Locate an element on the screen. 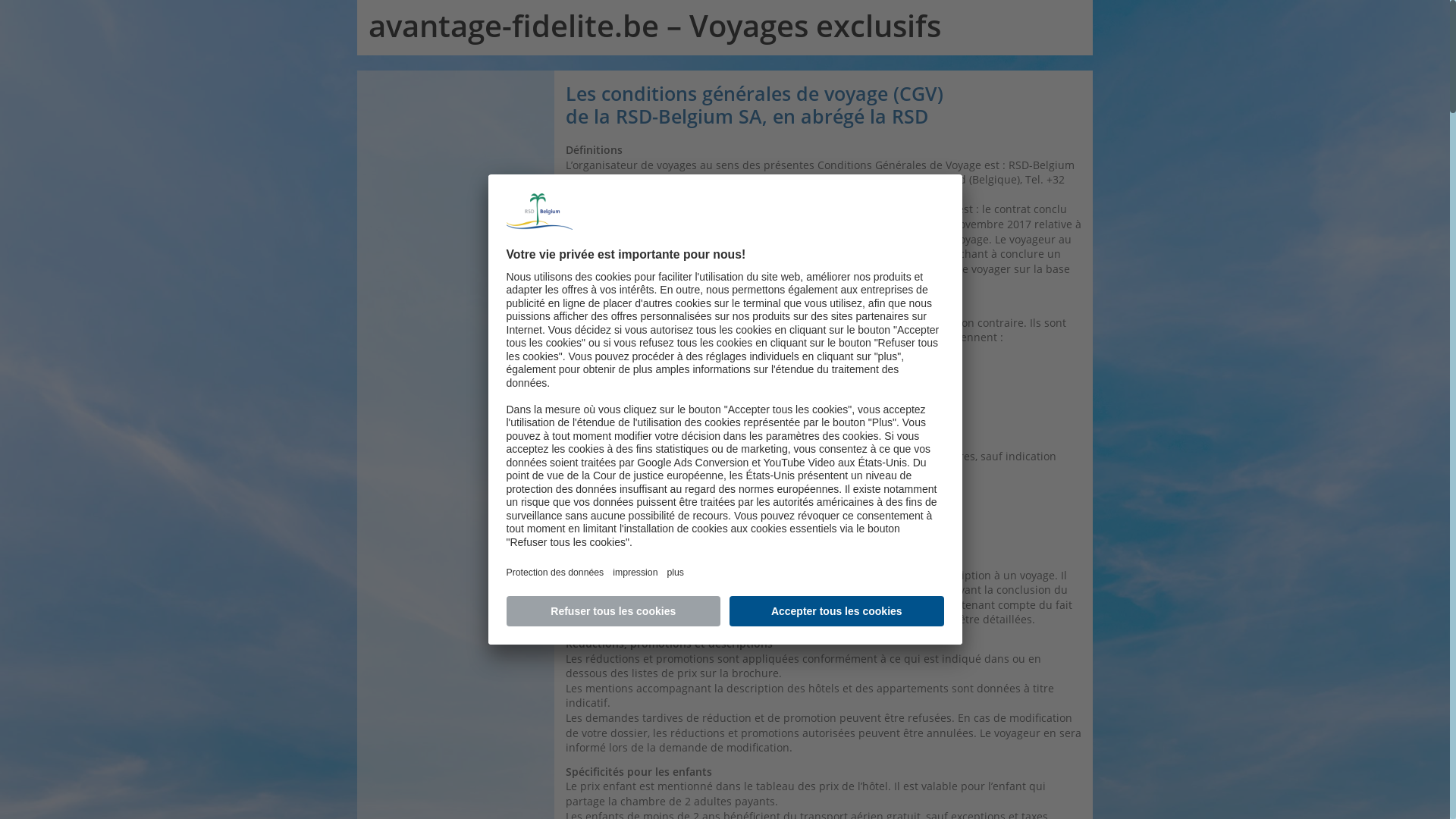 This screenshot has height=819, width=1456. 'info@fr.rsd-belgium.be' is located at coordinates (733, 193).